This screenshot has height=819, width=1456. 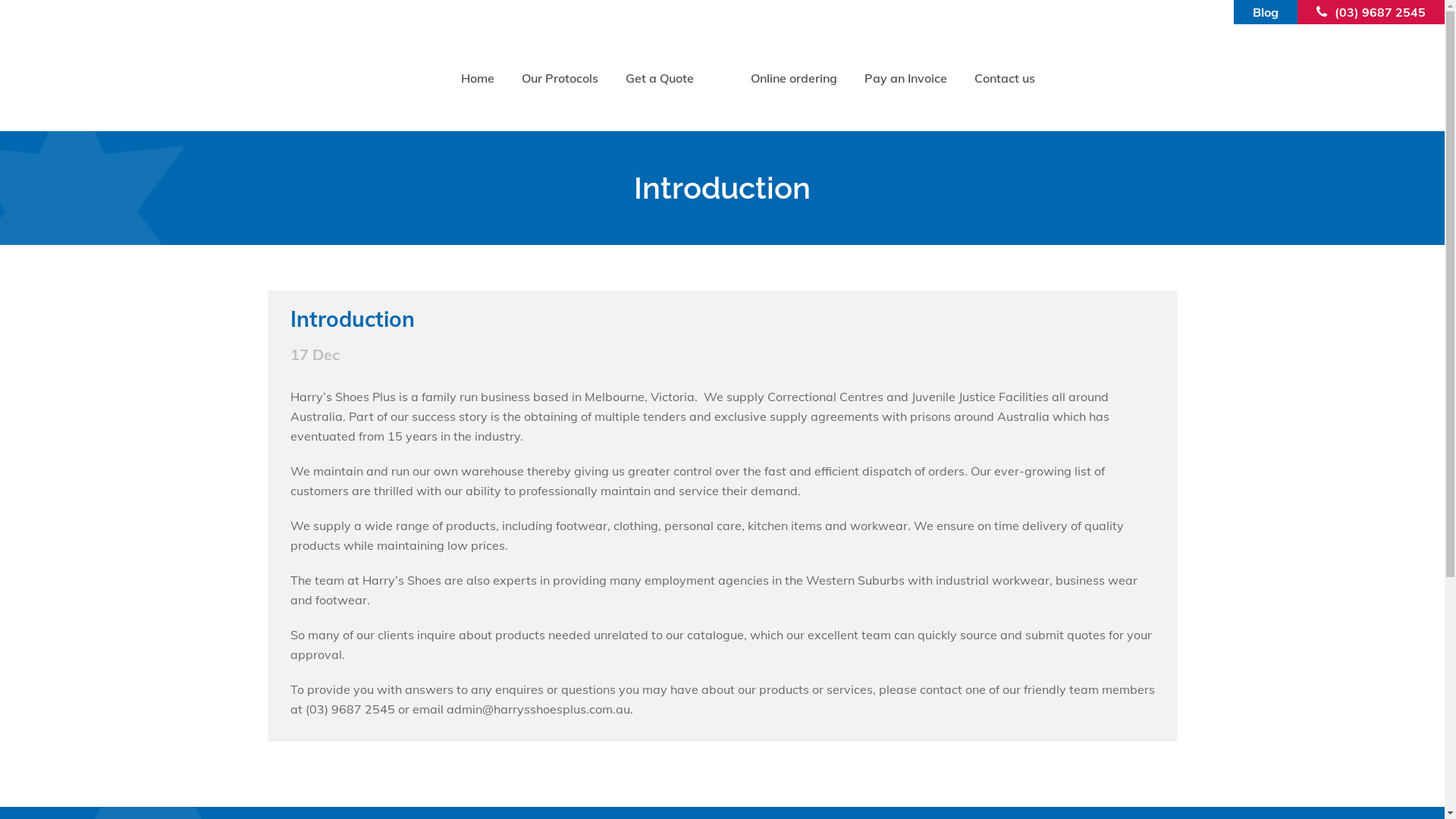 I want to click on 'Blog', so click(x=1252, y=11).